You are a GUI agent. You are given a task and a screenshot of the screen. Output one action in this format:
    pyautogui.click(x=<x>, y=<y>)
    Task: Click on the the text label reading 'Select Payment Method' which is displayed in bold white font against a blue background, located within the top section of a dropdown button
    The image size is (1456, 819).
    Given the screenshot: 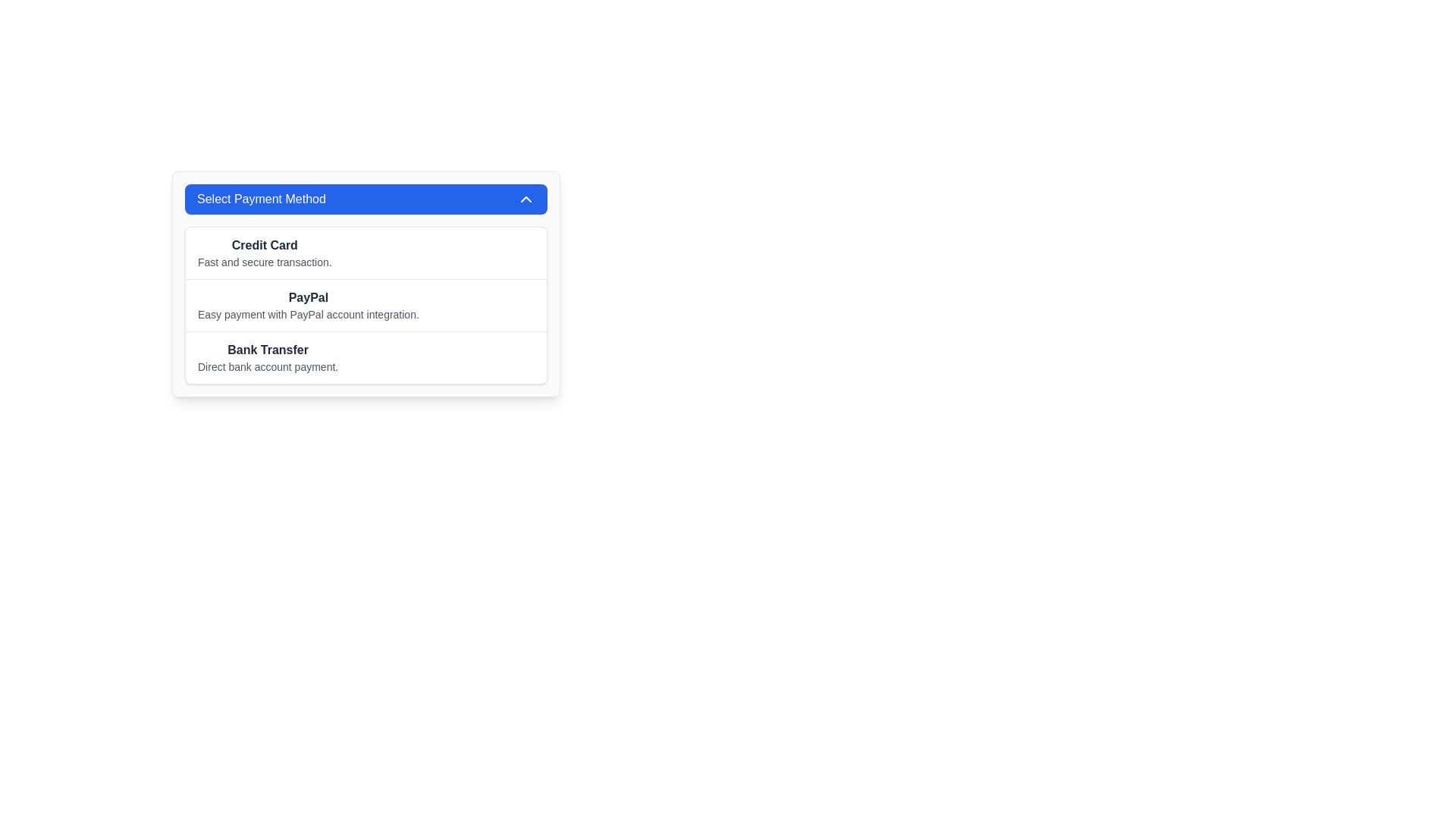 What is the action you would take?
    pyautogui.click(x=262, y=198)
    